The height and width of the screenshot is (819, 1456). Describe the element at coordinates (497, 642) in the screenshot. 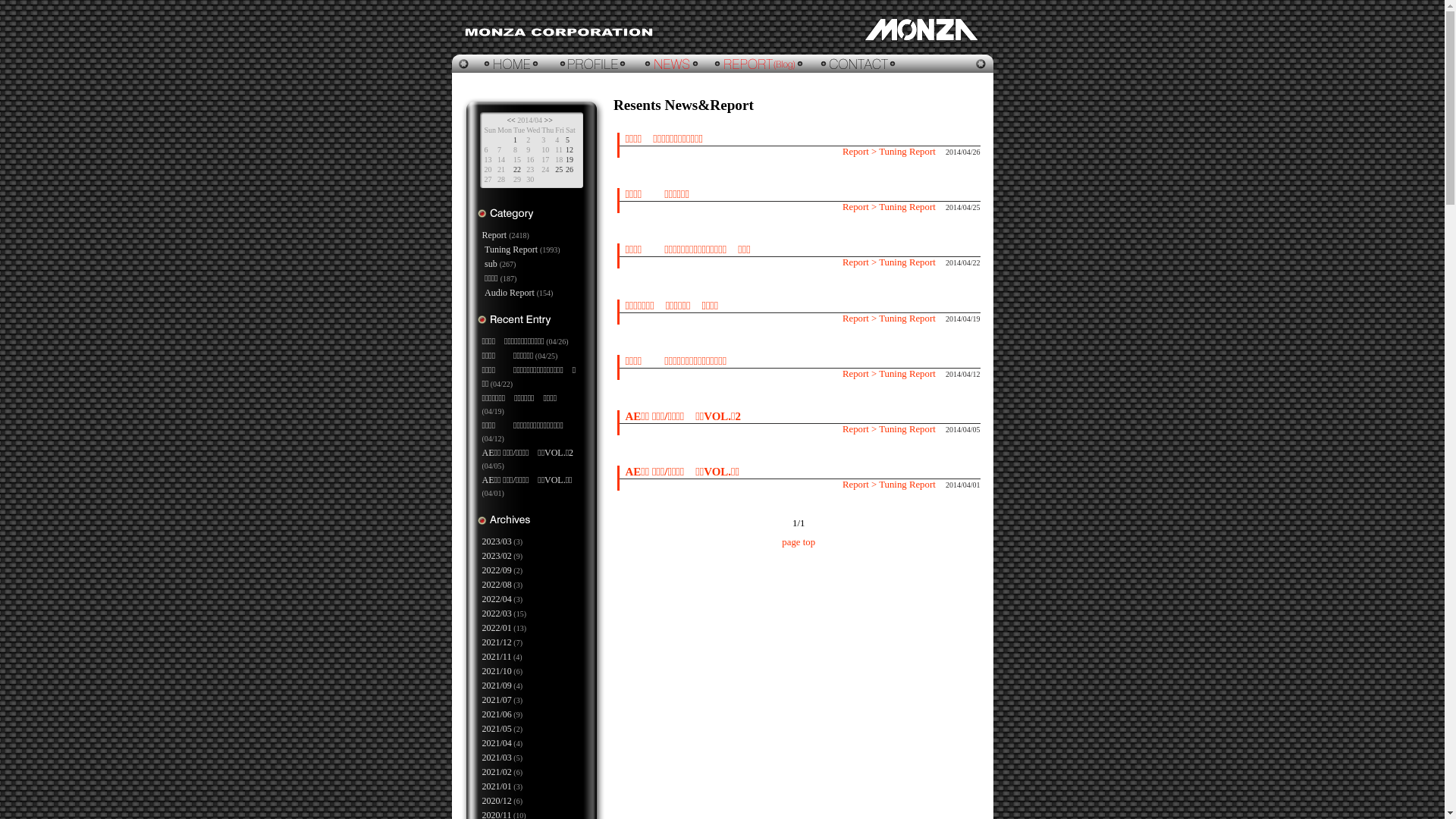

I see `'2021/12'` at that location.